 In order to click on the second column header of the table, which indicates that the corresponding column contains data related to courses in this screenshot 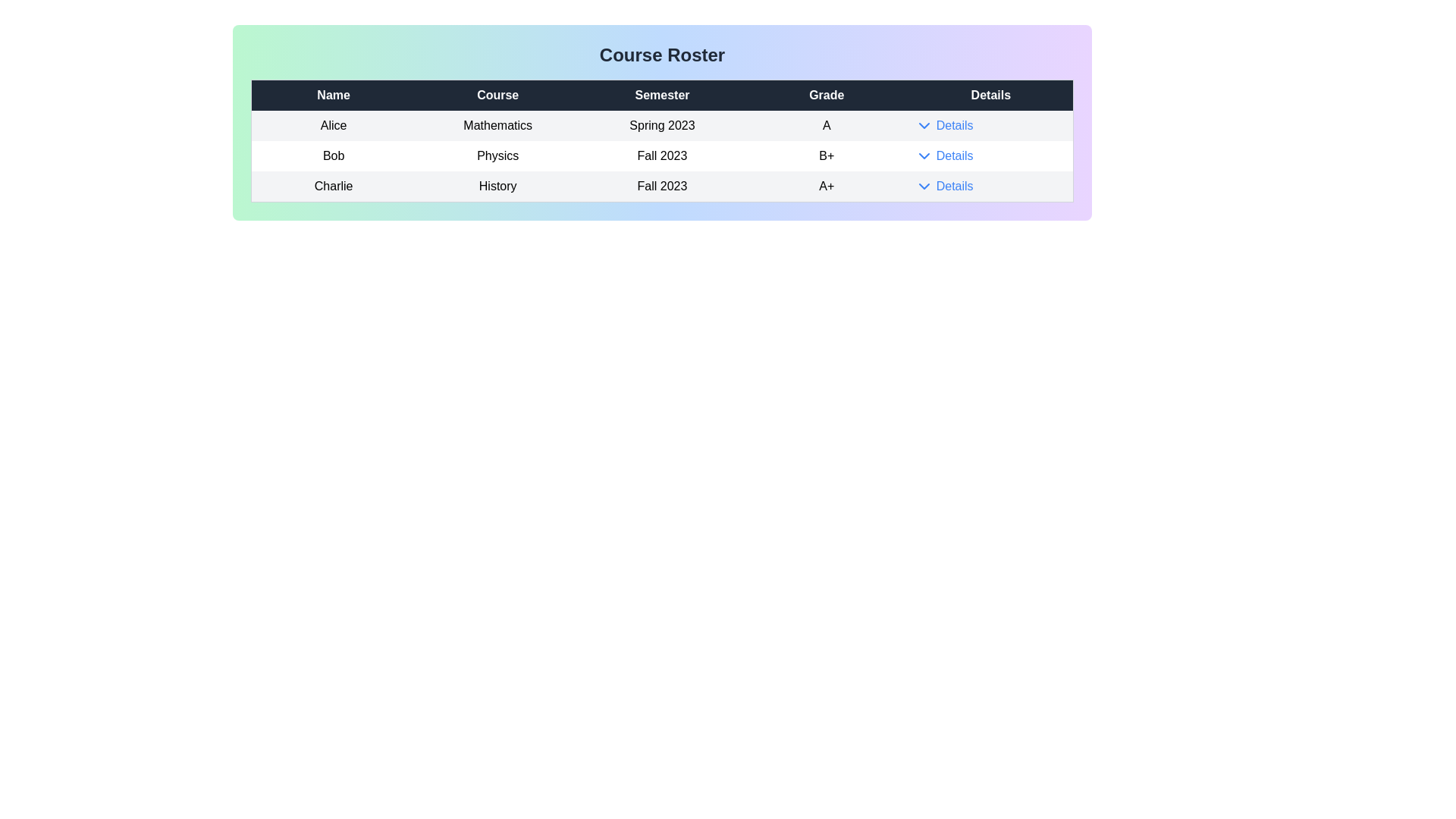, I will do `click(497, 95)`.